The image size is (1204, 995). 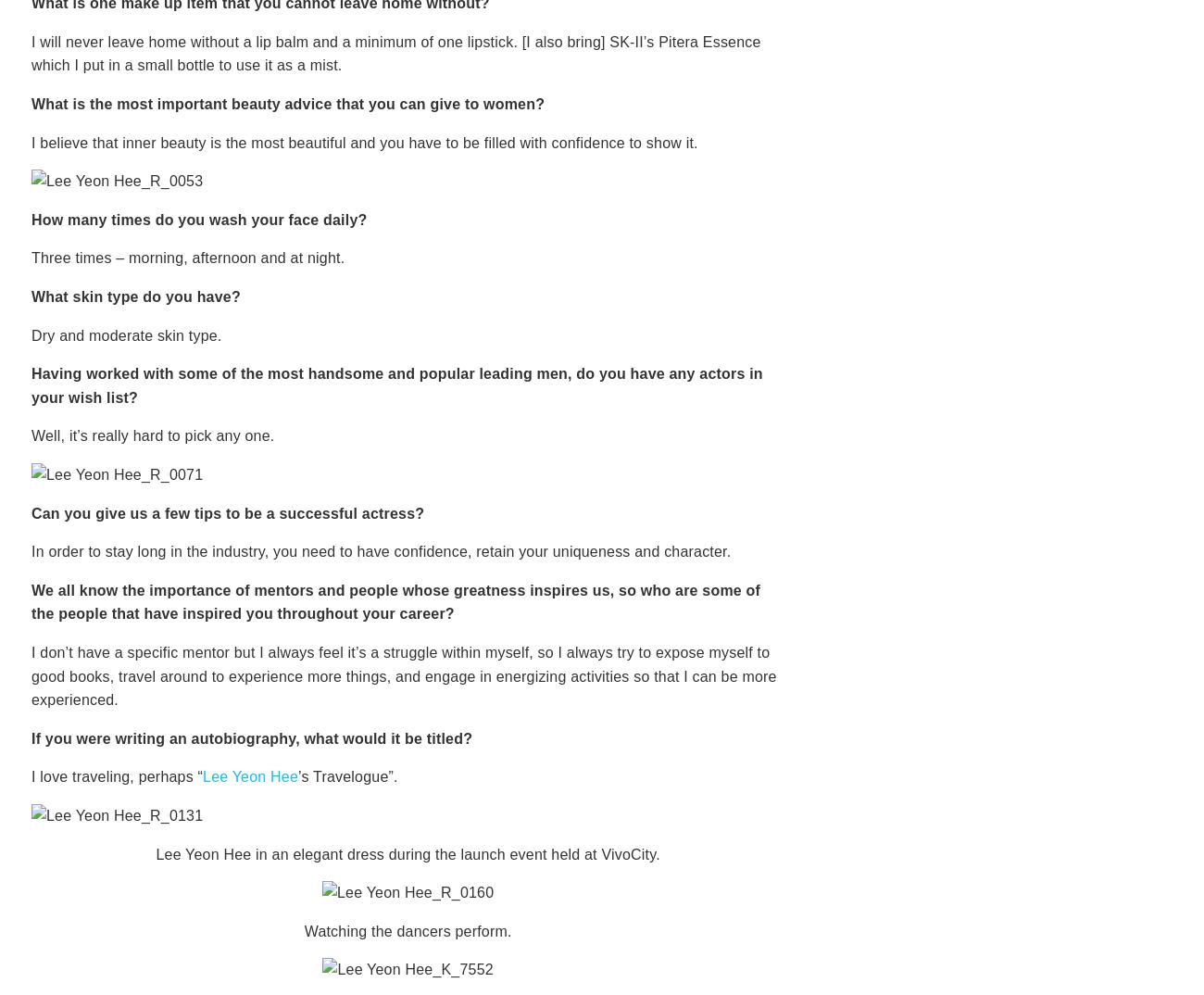 What do you see at coordinates (188, 258) in the screenshot?
I see `'Three times – morning, afternoon and at night.'` at bounding box center [188, 258].